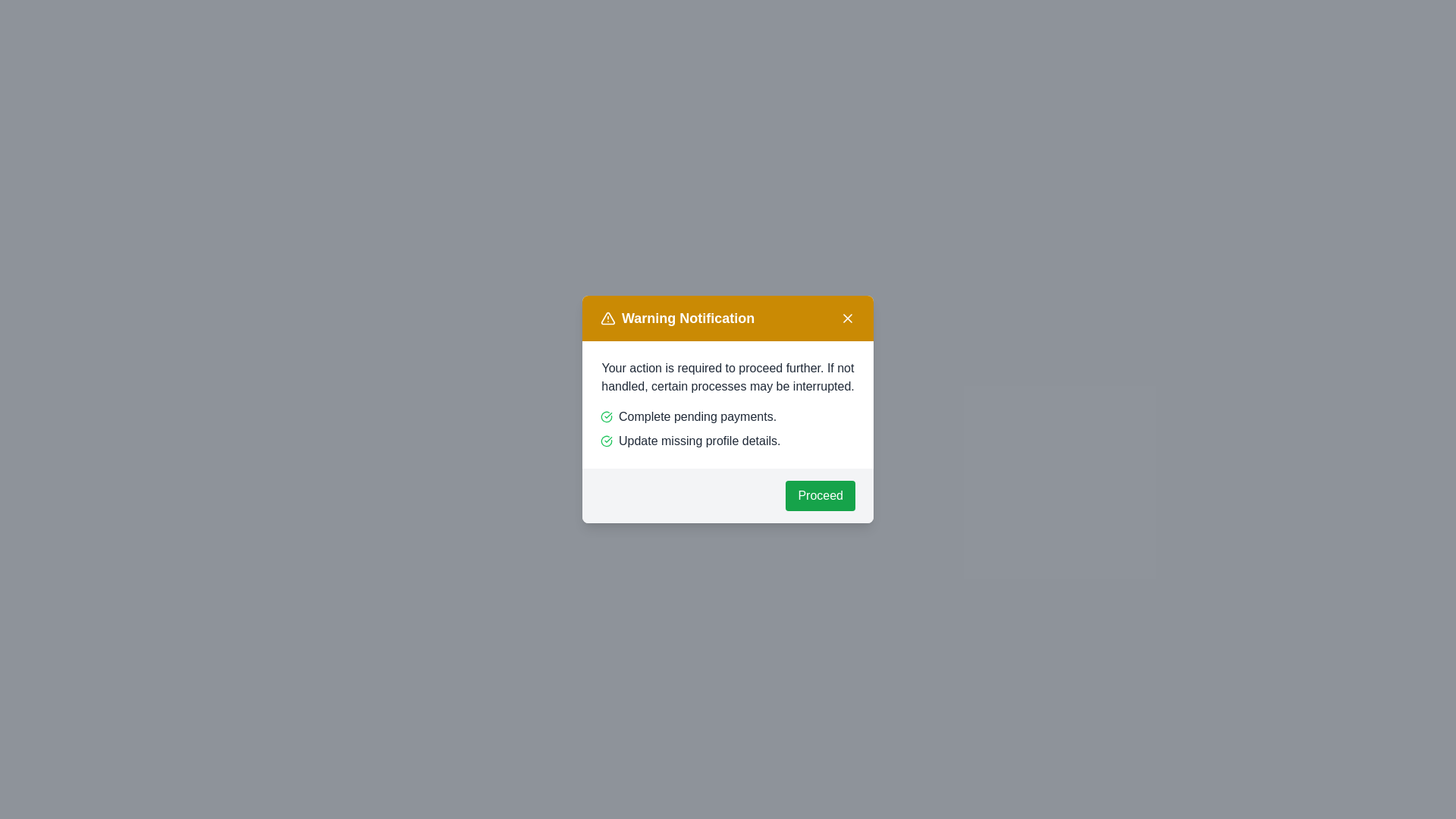 The width and height of the screenshot is (1456, 819). I want to click on the warning notification header located at the top of the notification box by moving the cursor to its center point, so click(728, 318).